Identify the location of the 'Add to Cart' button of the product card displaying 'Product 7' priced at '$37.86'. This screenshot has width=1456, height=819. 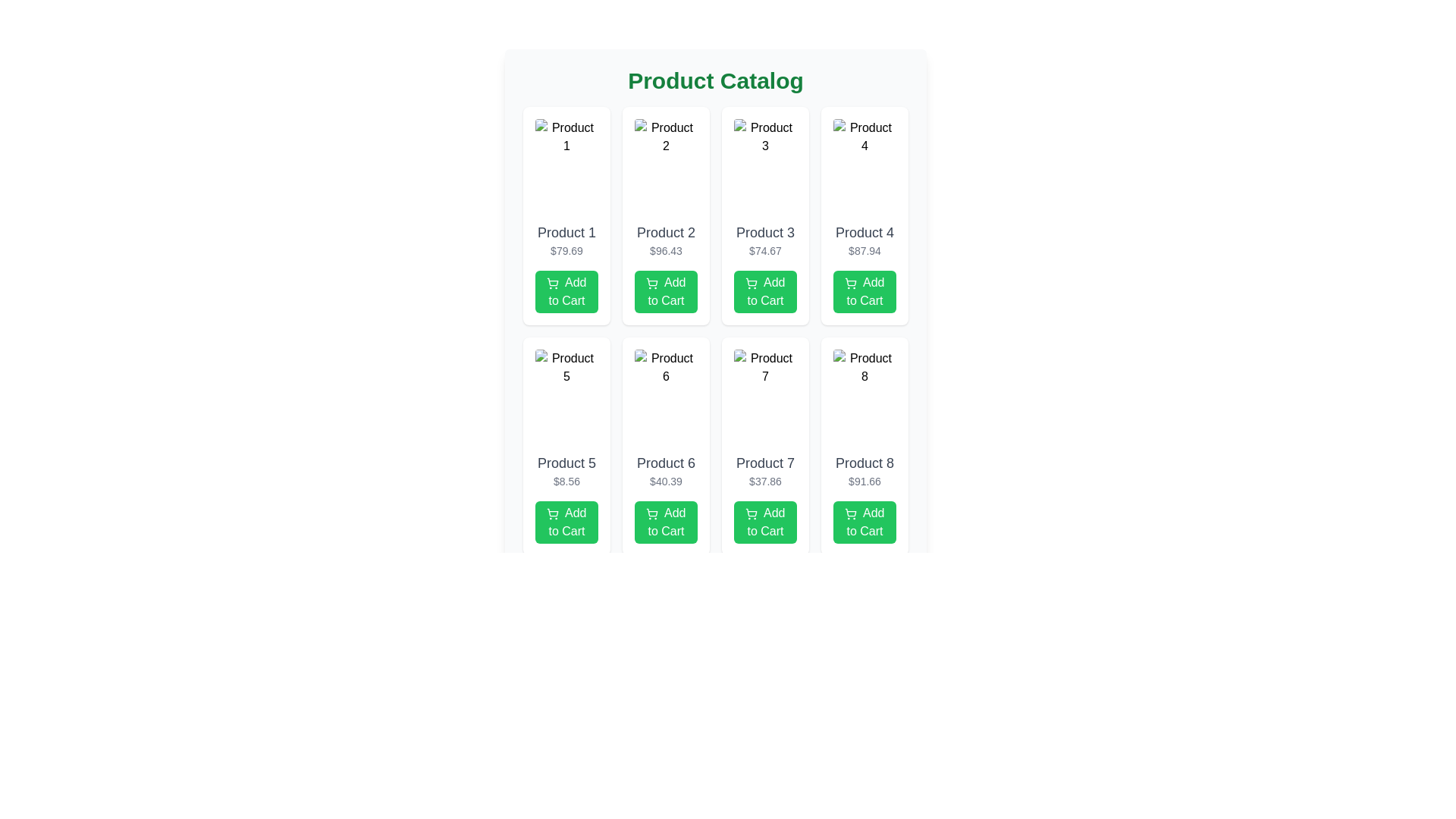
(765, 446).